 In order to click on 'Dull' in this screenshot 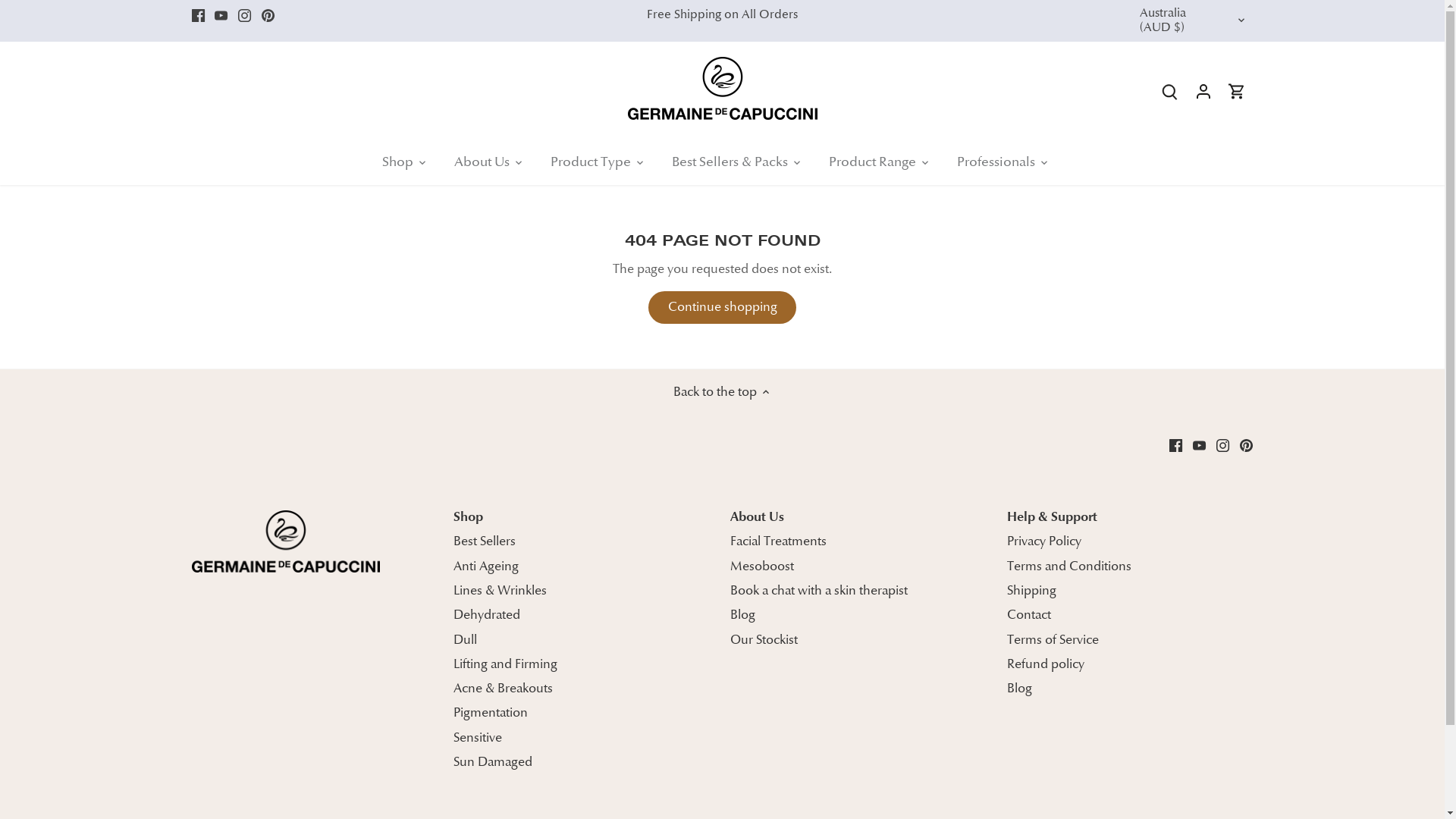, I will do `click(464, 640)`.